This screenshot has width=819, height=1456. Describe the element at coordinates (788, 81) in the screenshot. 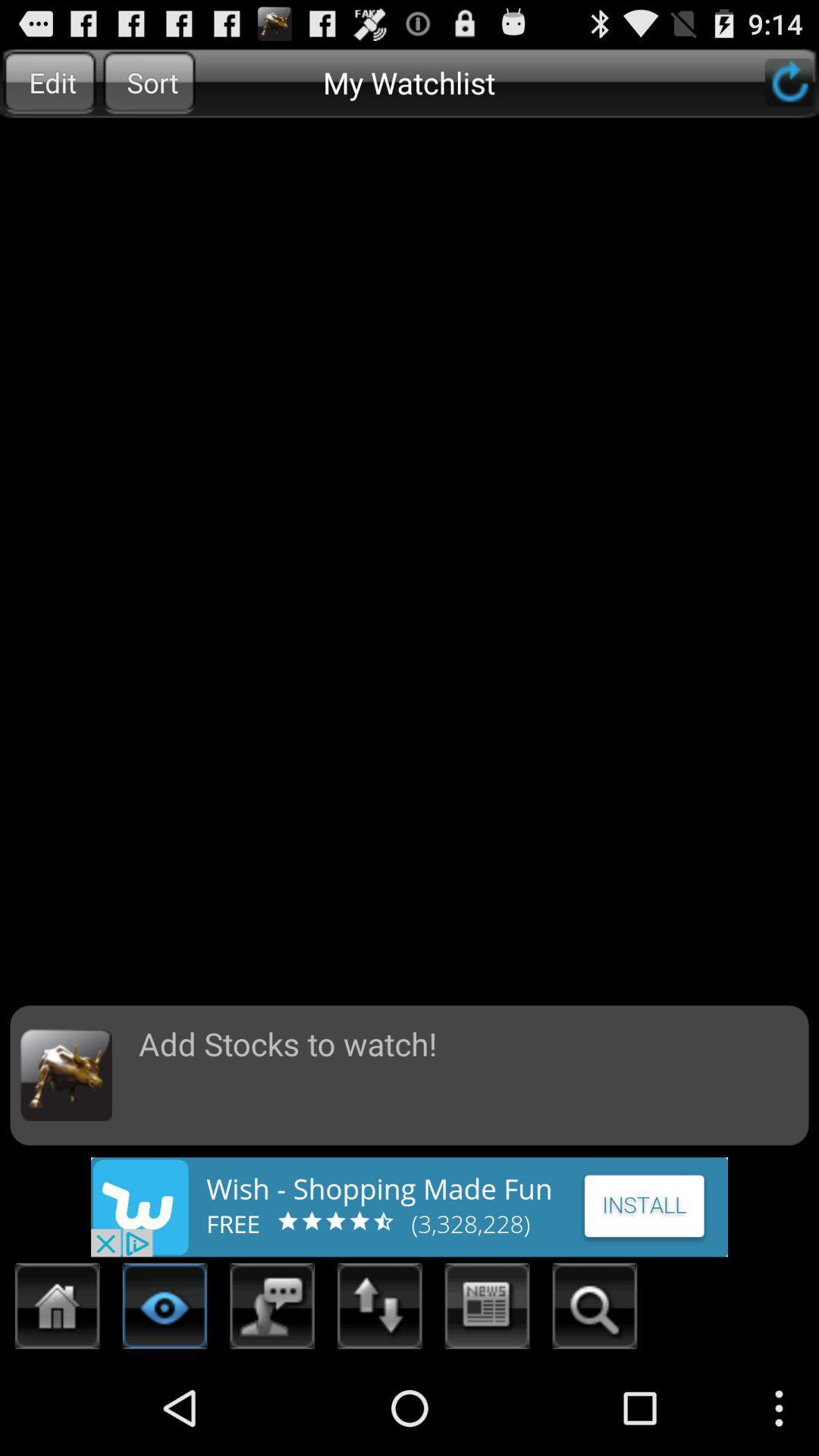

I see `refresh` at that location.